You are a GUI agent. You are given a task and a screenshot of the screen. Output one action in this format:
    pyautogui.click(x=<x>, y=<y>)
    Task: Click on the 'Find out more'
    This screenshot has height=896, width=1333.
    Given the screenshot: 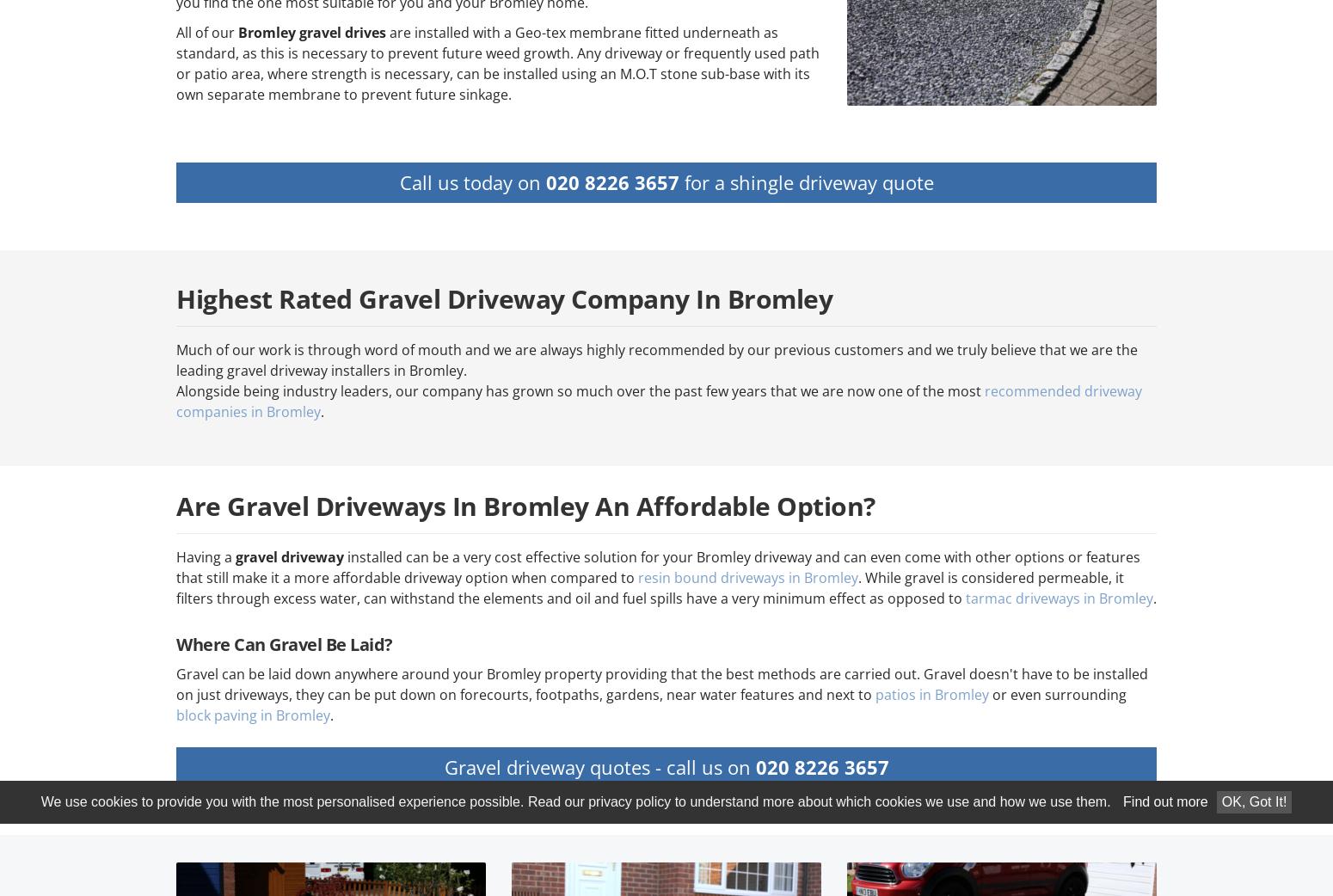 What is the action you would take?
    pyautogui.click(x=1165, y=801)
    